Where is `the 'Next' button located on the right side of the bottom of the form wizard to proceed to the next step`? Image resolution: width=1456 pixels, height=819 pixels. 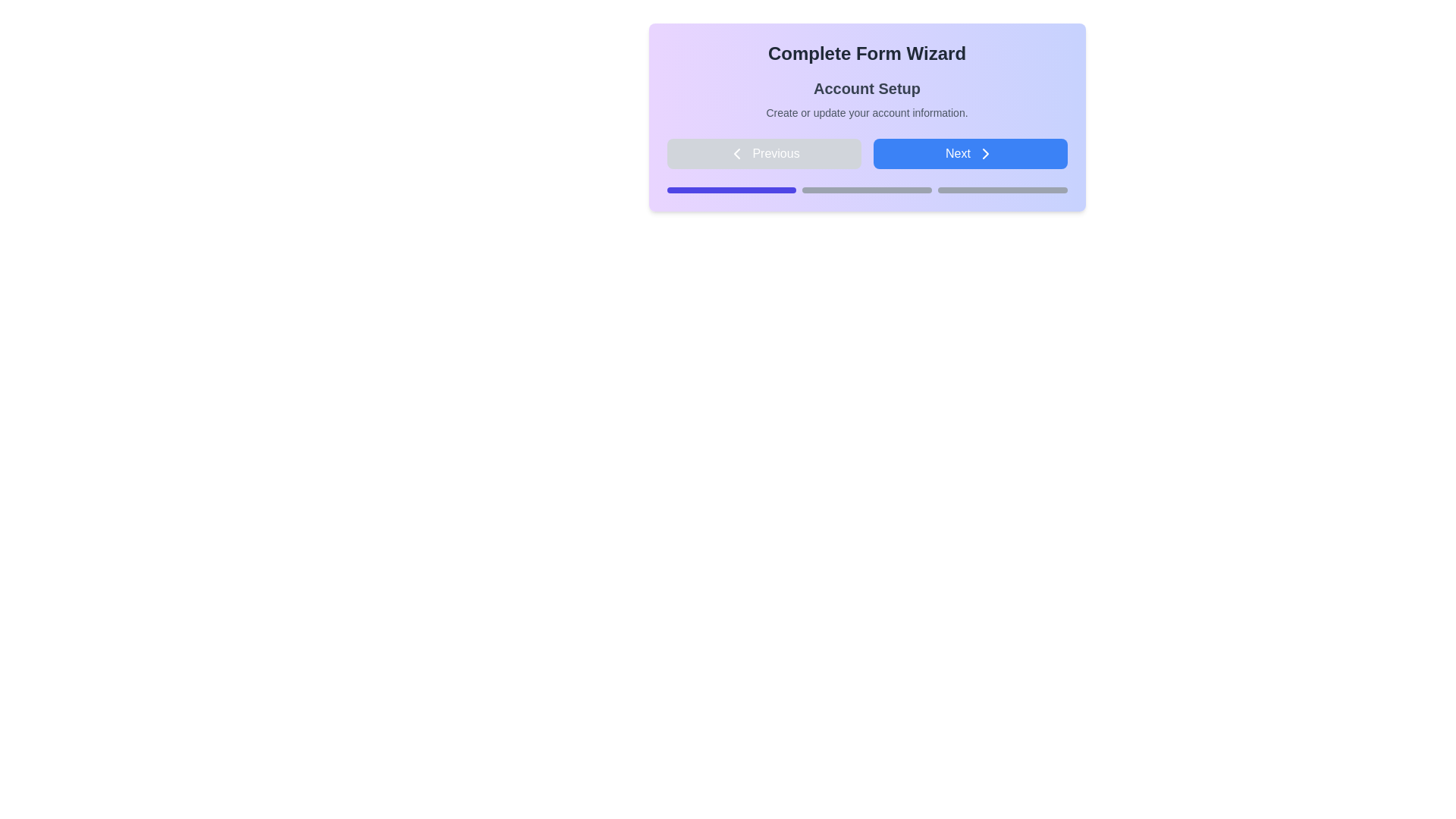
the 'Next' button located on the right side of the bottom of the form wizard to proceed to the next step is located at coordinates (969, 154).